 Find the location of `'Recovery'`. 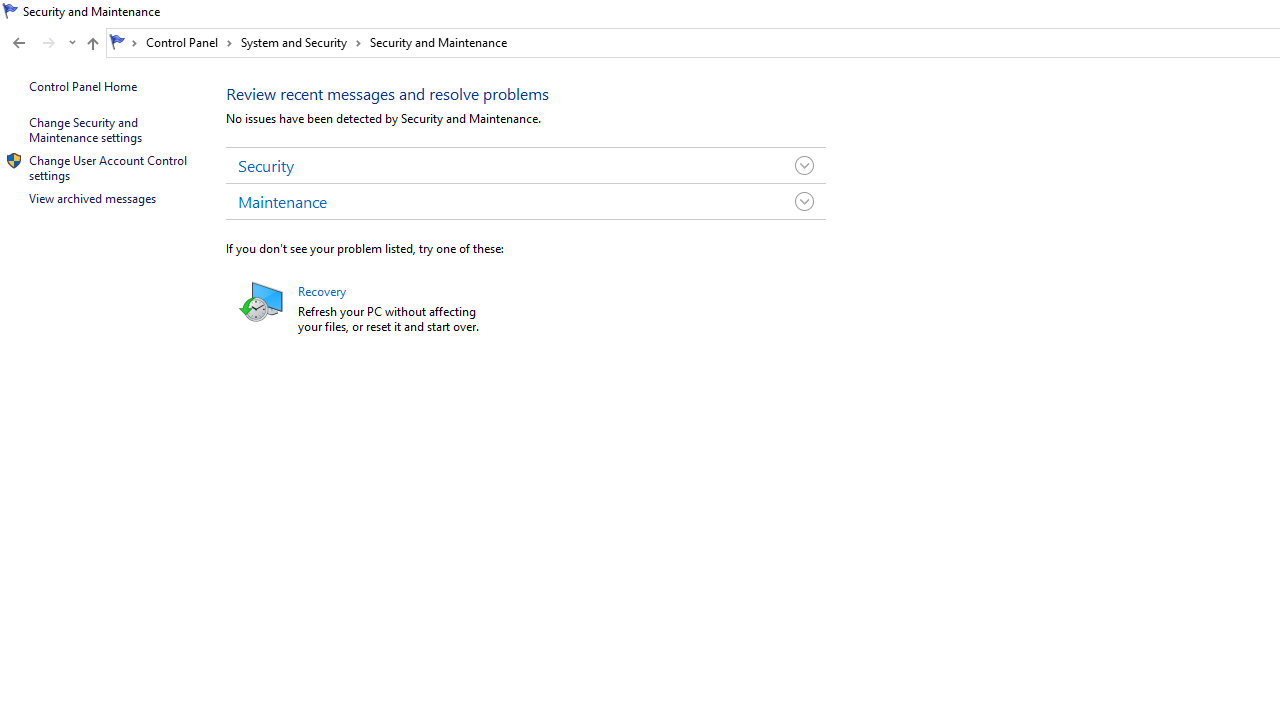

'Recovery' is located at coordinates (321, 291).